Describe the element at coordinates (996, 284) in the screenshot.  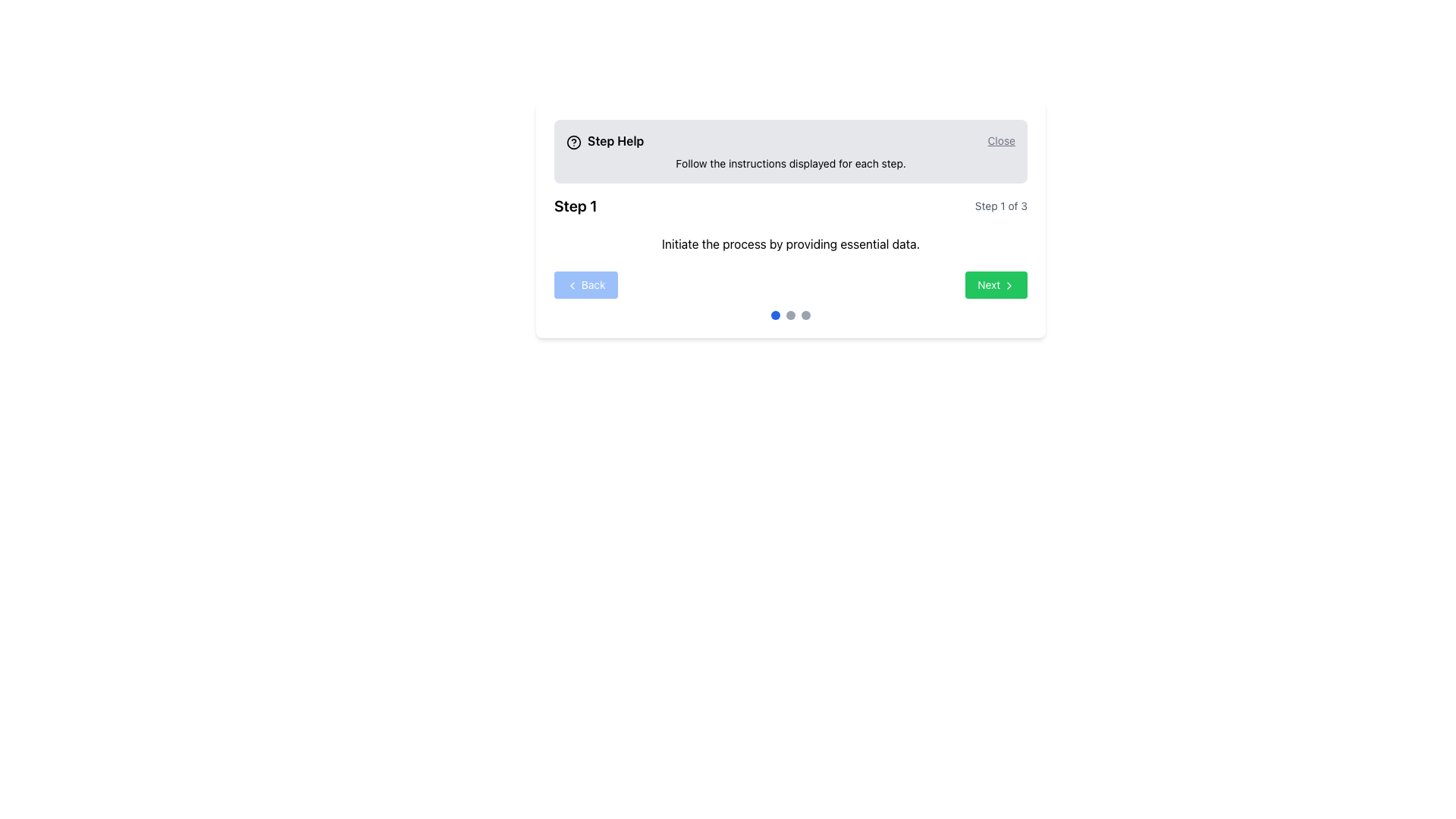
I see `the navigation button located on the far-right side of the horizontal layout, adjacent to the 'Back' button` at that location.